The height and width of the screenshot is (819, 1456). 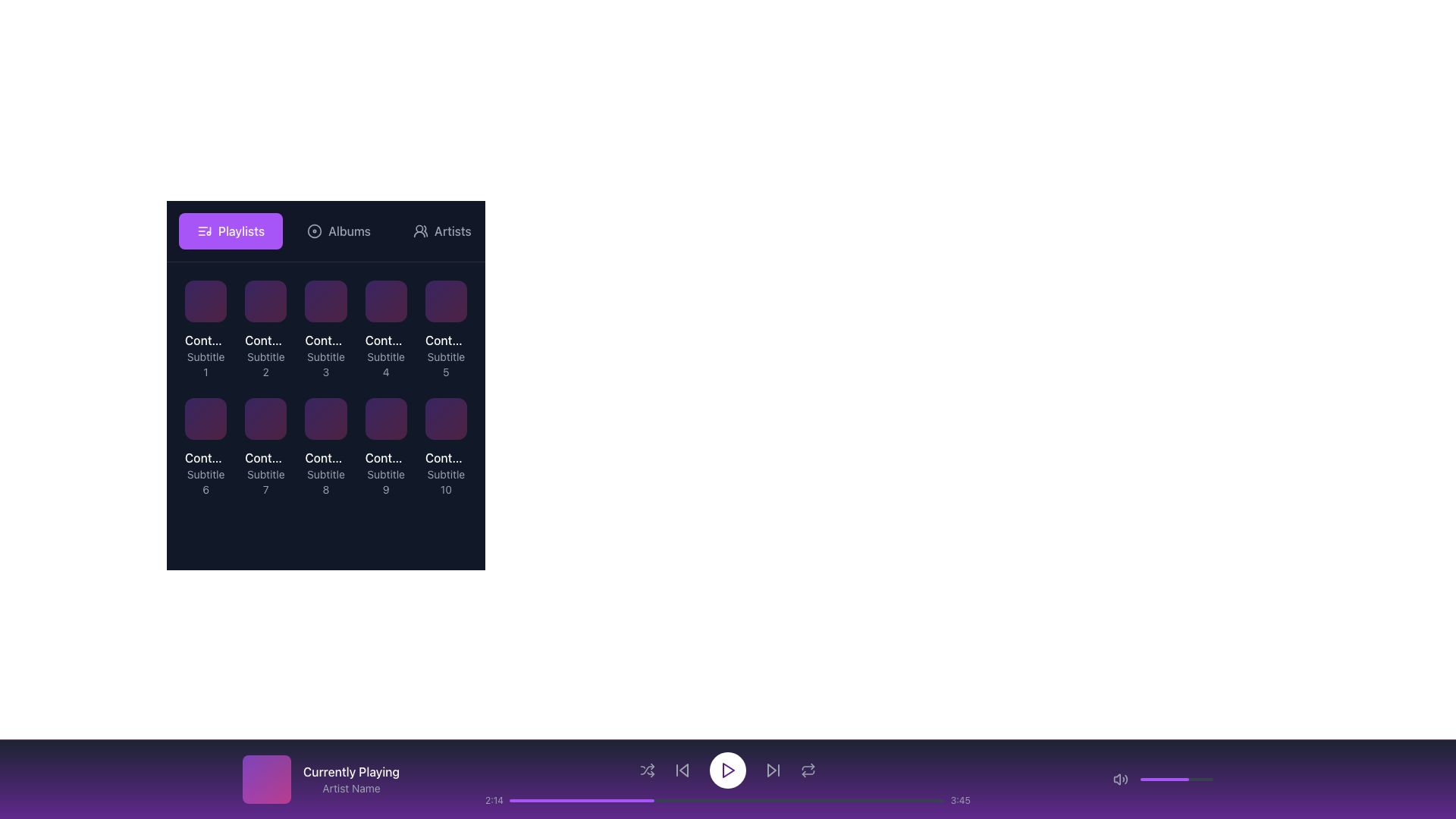 I want to click on the SVG Play Button icon, which is styled in white and located within a semi-transparent purple overlay on the 10th card labeled 'Cont... Subtitle 10', so click(x=445, y=447).